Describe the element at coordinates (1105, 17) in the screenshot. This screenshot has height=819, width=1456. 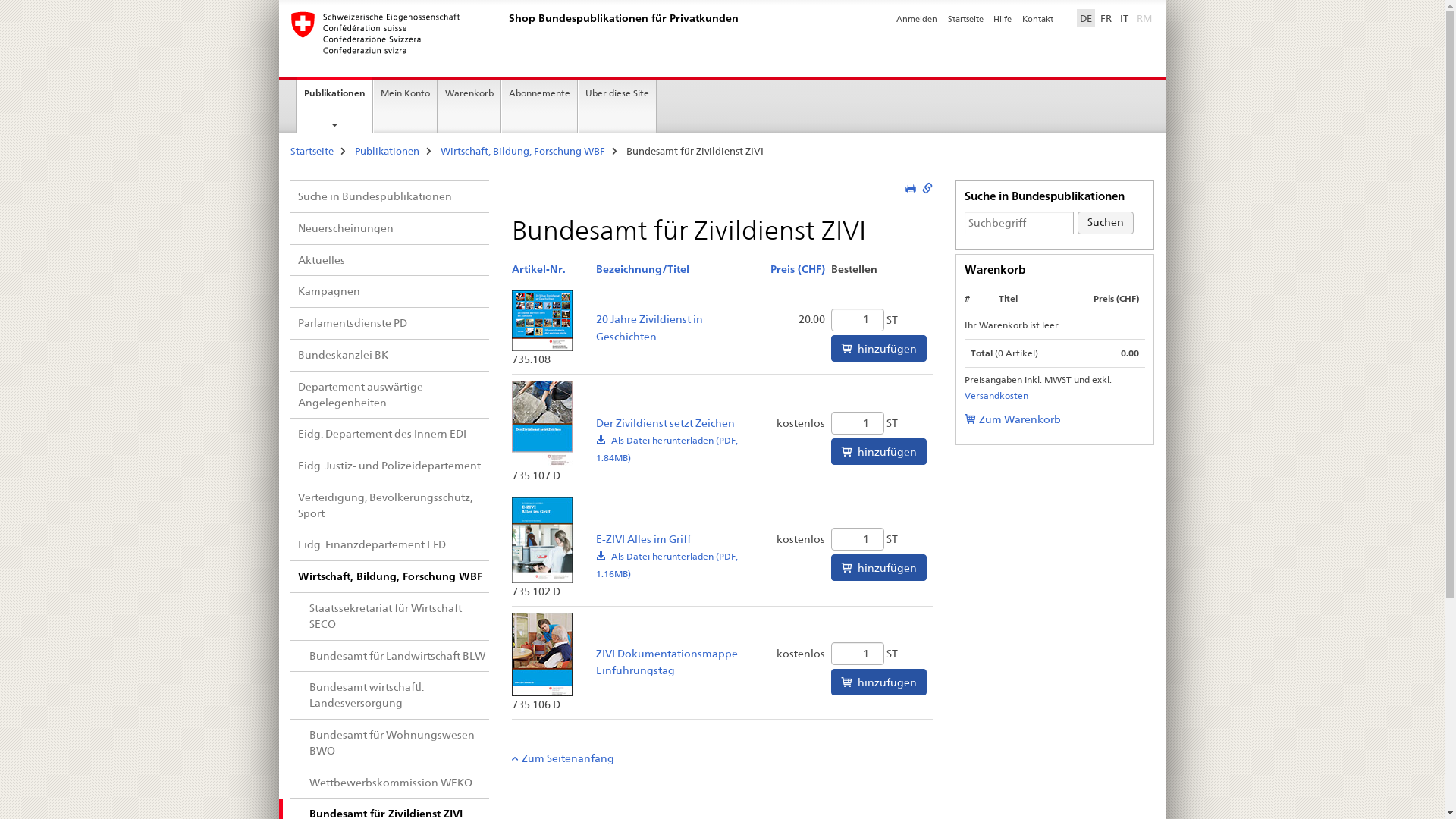
I see `'FR'` at that location.